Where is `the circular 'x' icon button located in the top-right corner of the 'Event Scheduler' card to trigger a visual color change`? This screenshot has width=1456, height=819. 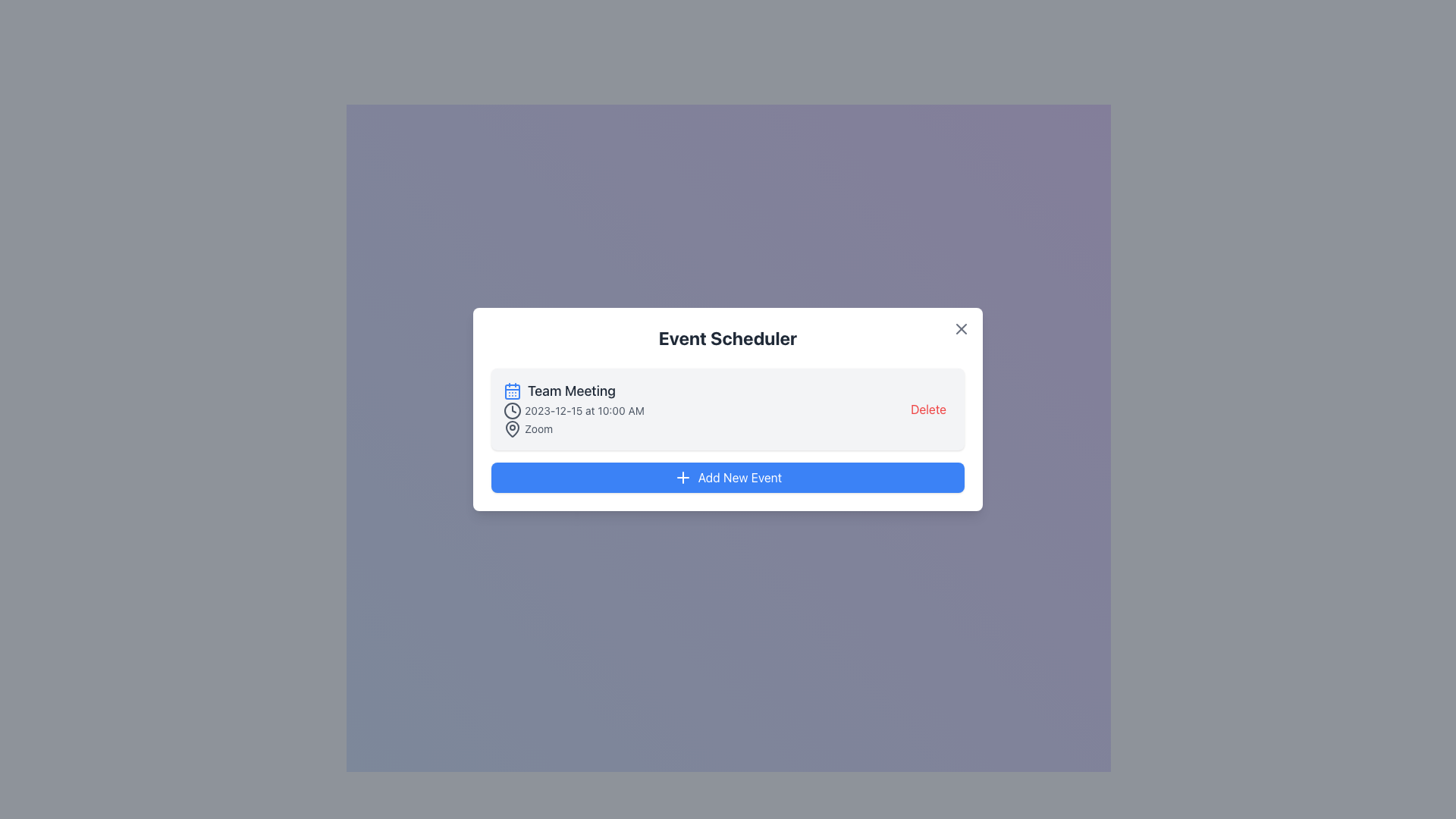 the circular 'x' icon button located in the top-right corner of the 'Event Scheduler' card to trigger a visual color change is located at coordinates (960, 328).